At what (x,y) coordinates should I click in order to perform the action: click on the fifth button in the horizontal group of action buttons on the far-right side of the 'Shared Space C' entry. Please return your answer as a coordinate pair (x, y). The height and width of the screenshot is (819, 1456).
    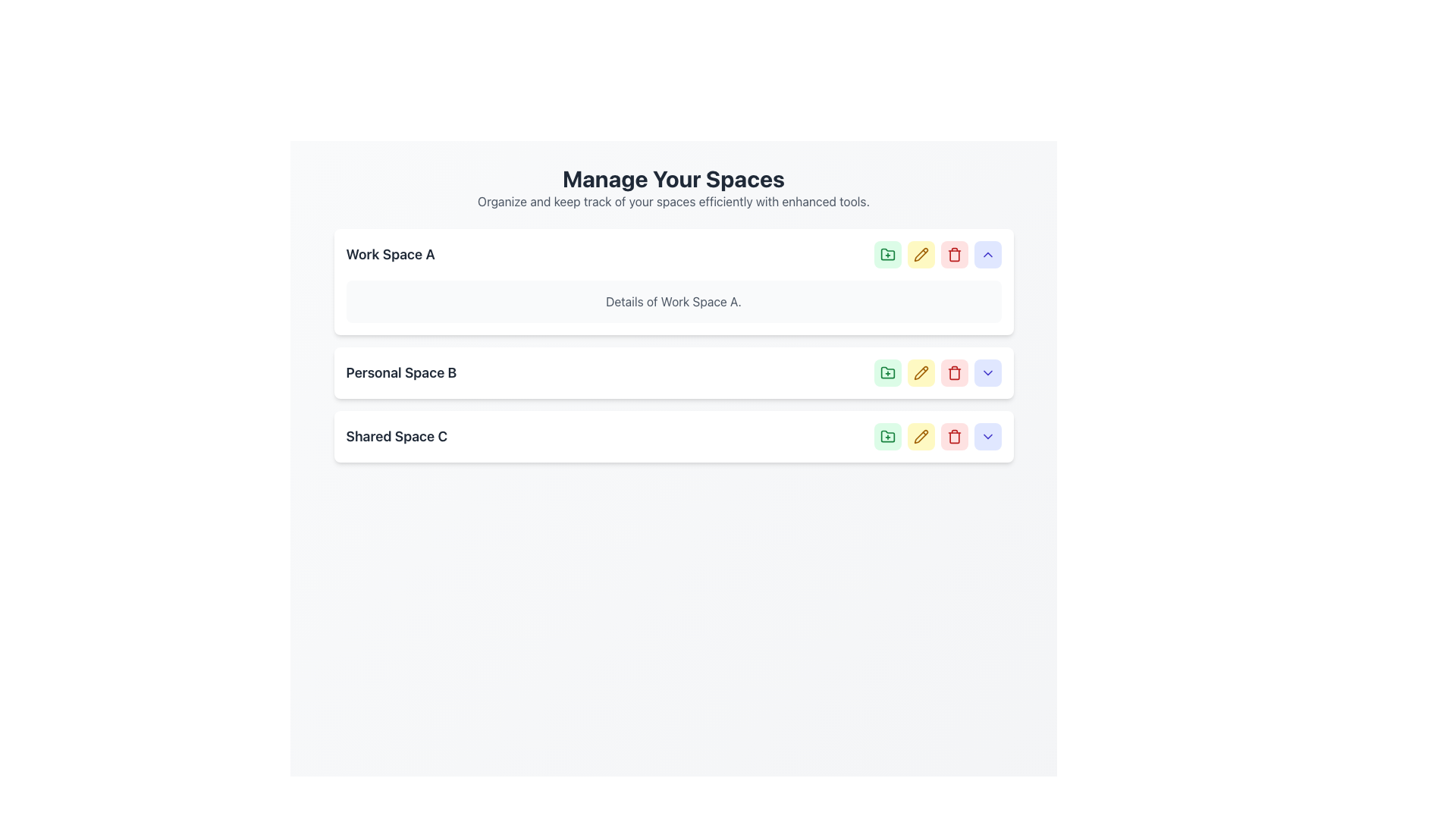
    Looking at the image, I should click on (987, 436).